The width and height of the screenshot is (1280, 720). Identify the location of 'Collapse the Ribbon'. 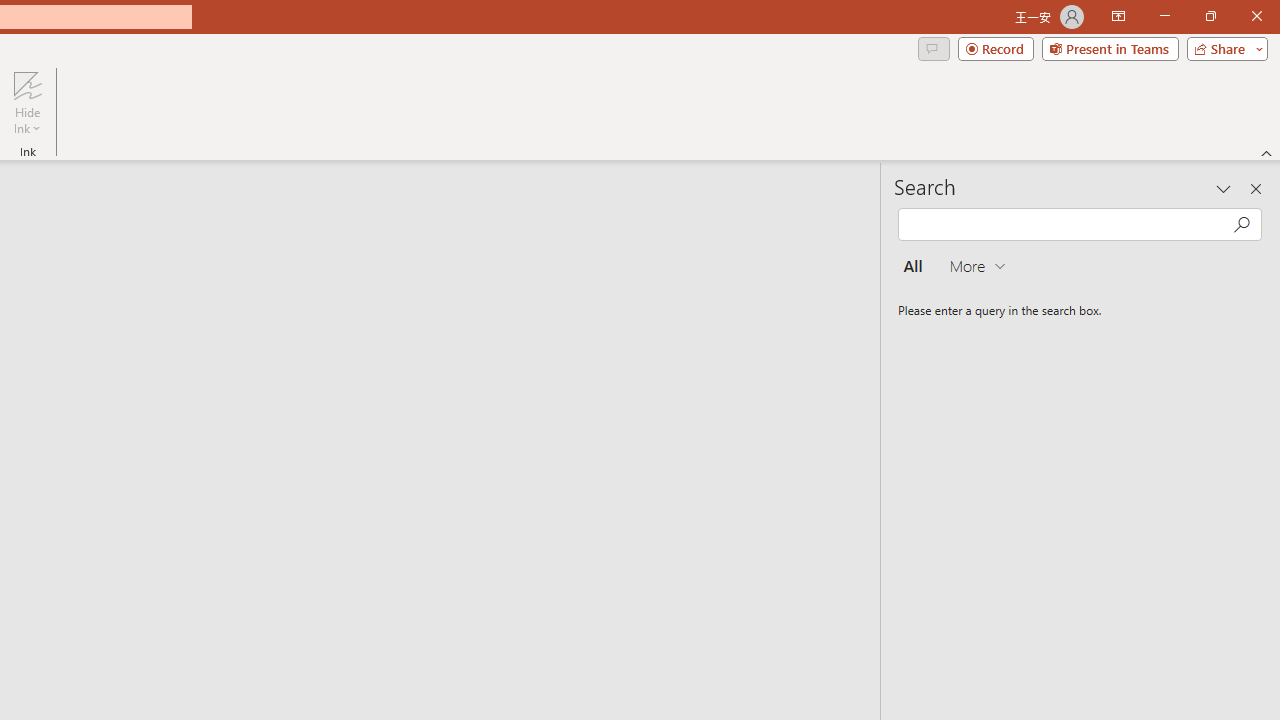
(1266, 152).